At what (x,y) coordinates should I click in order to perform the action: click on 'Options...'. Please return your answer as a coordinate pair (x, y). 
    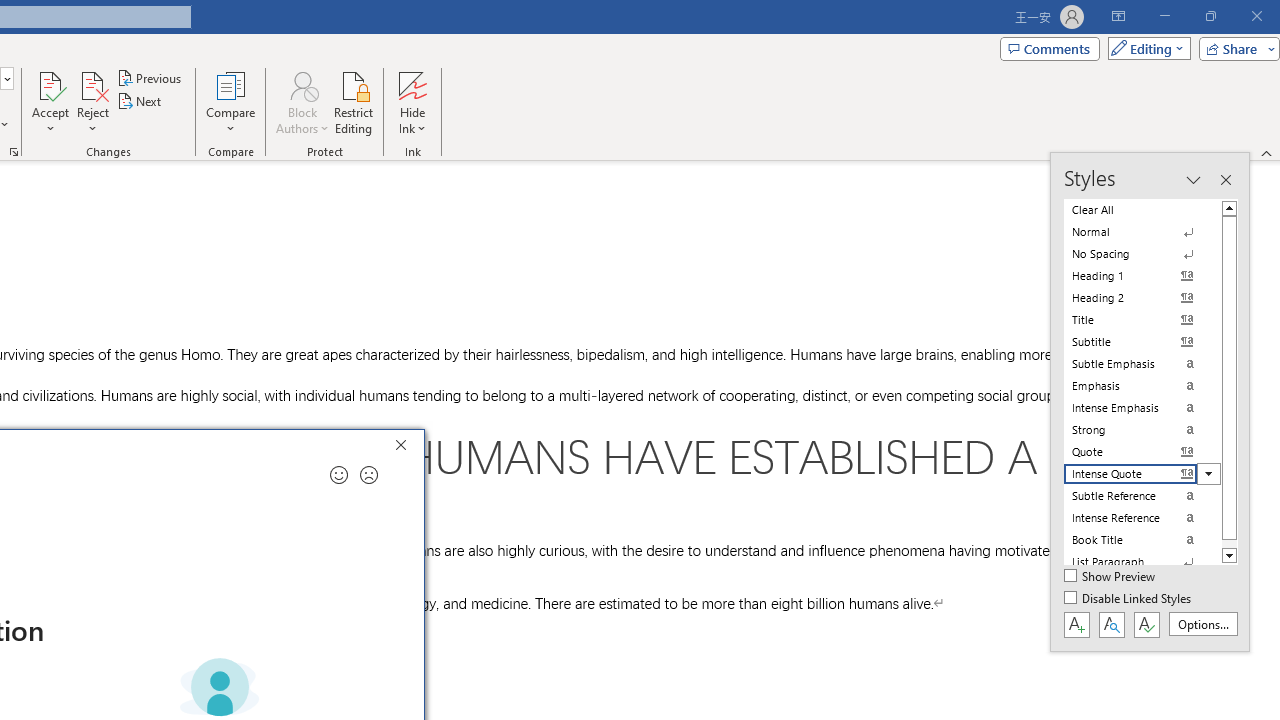
    Looking at the image, I should click on (1202, 622).